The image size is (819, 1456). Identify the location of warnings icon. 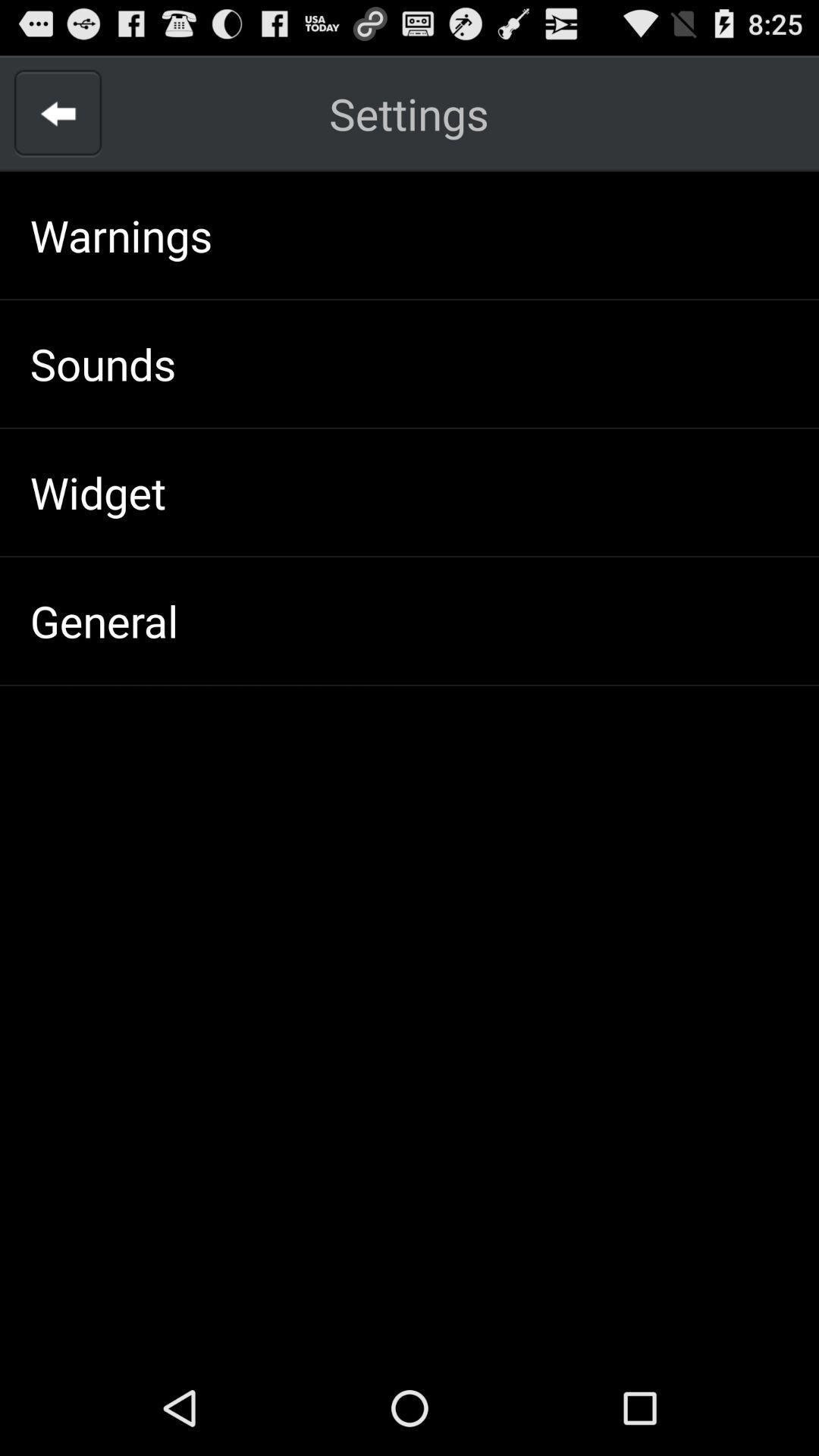
(121, 234).